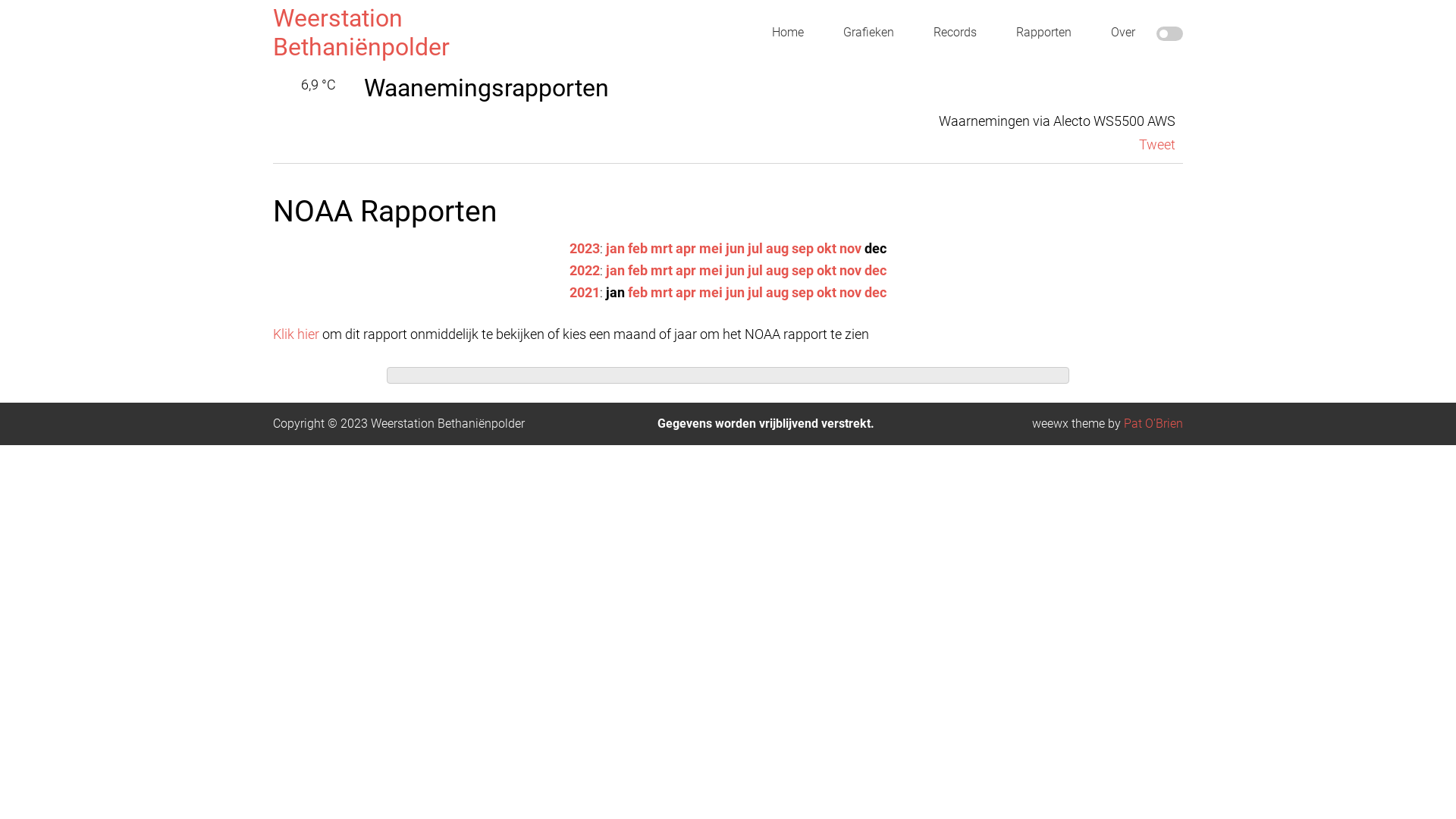  Describe the element at coordinates (685, 292) in the screenshot. I see `'apr'` at that location.